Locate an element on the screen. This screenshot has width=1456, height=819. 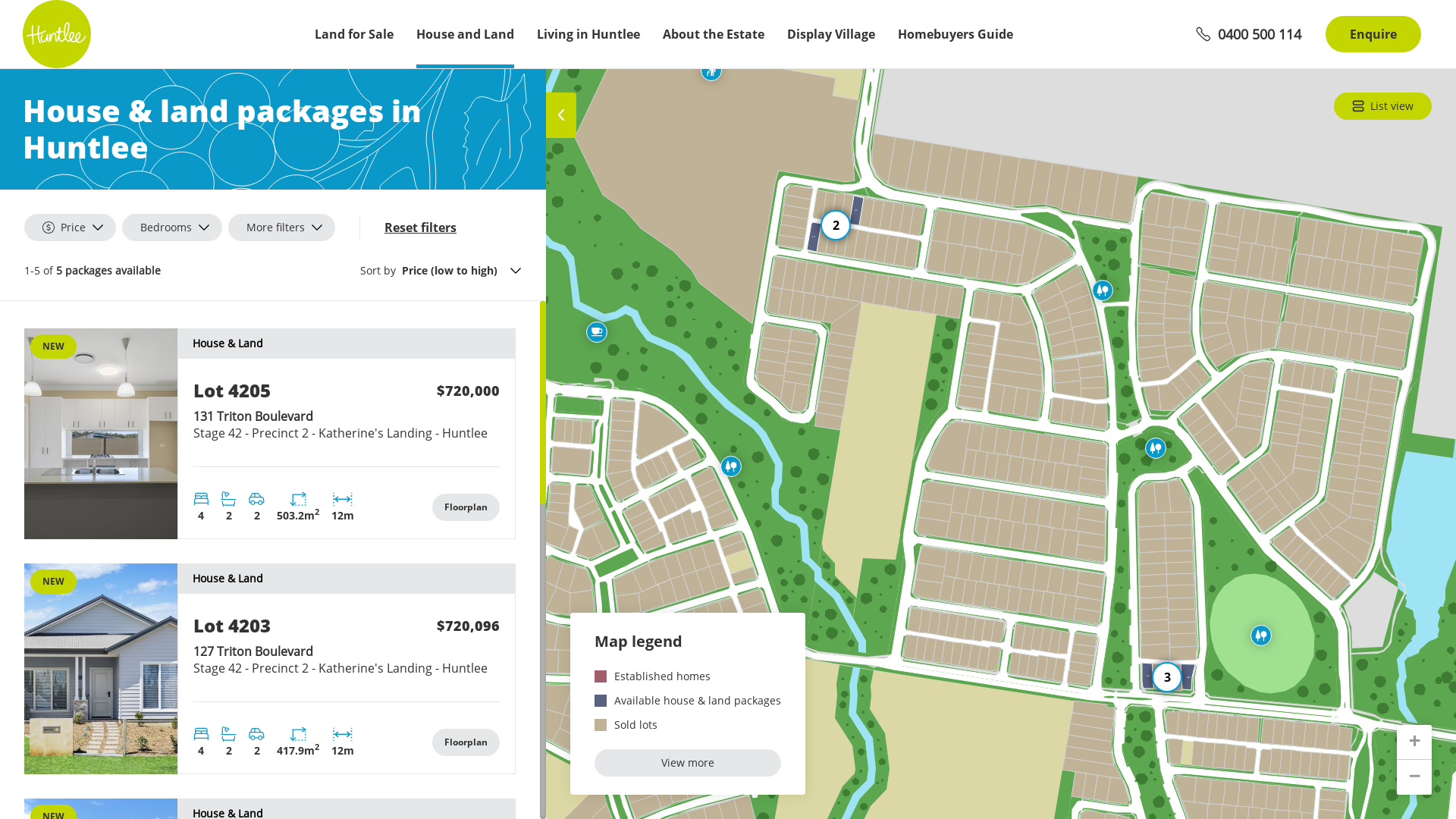
'Enquire' is located at coordinates (1373, 34).